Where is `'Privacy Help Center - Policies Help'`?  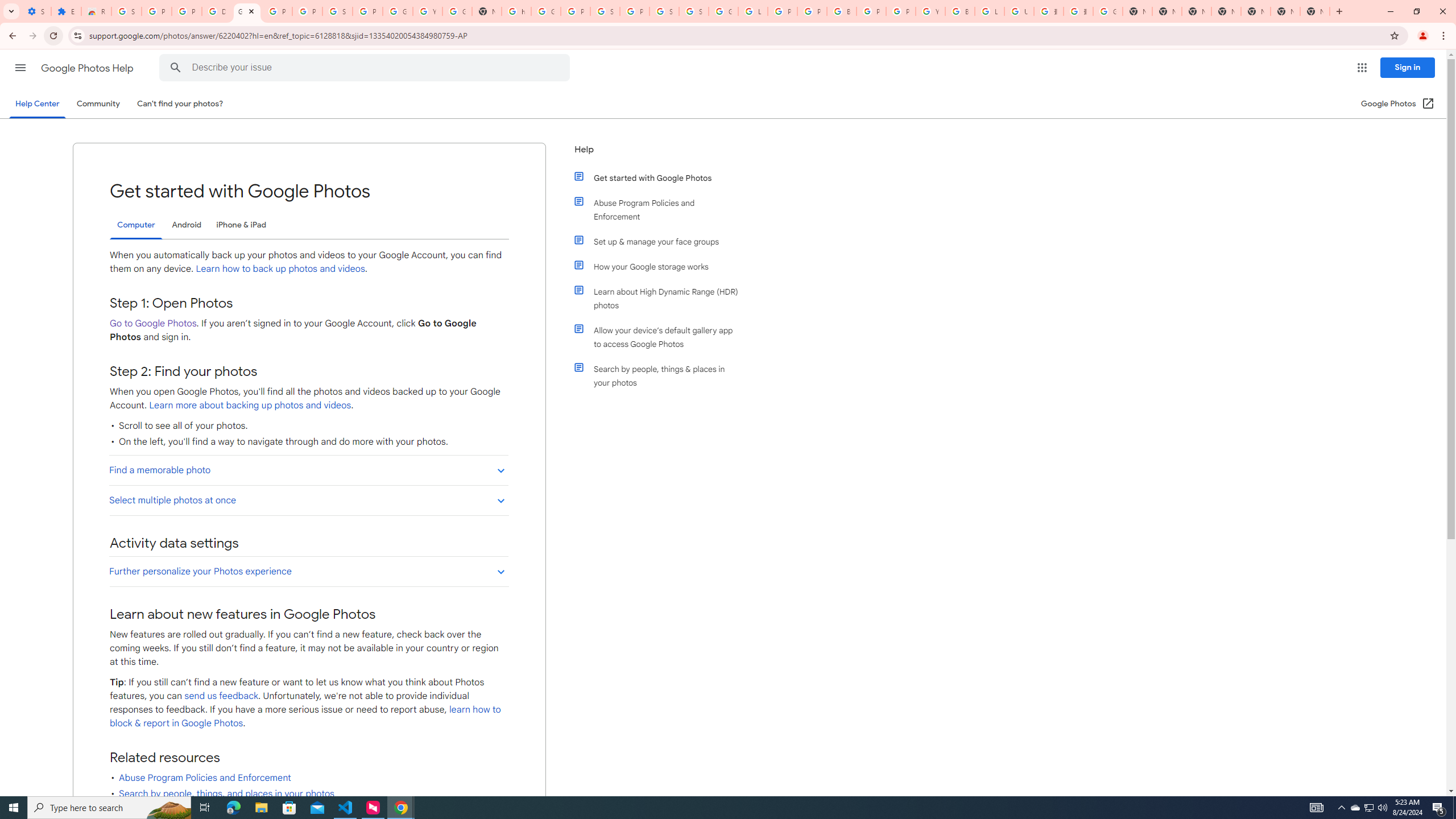
'Privacy Help Center - Policies Help' is located at coordinates (811, 11).